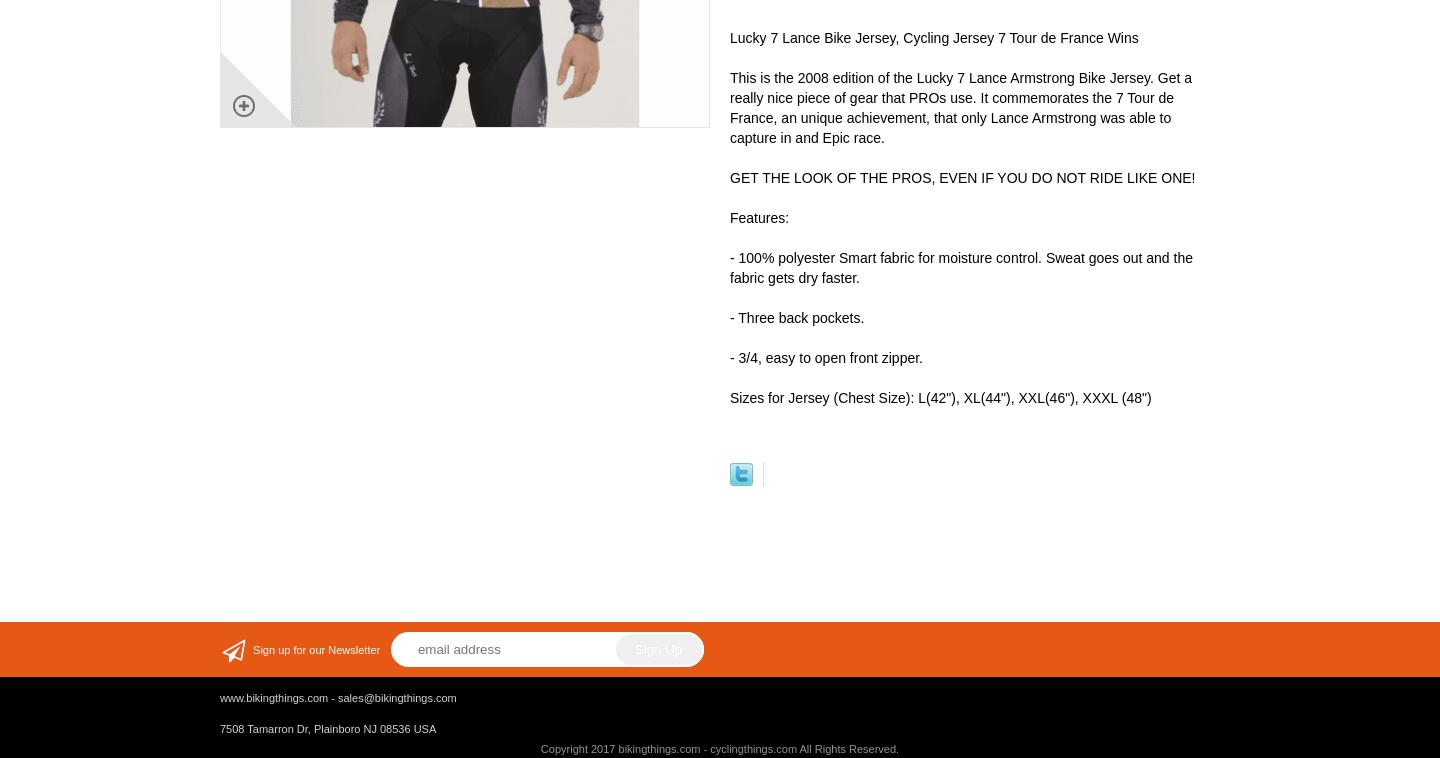 This screenshot has width=1440, height=758. I want to click on 'Features:', so click(758, 218).